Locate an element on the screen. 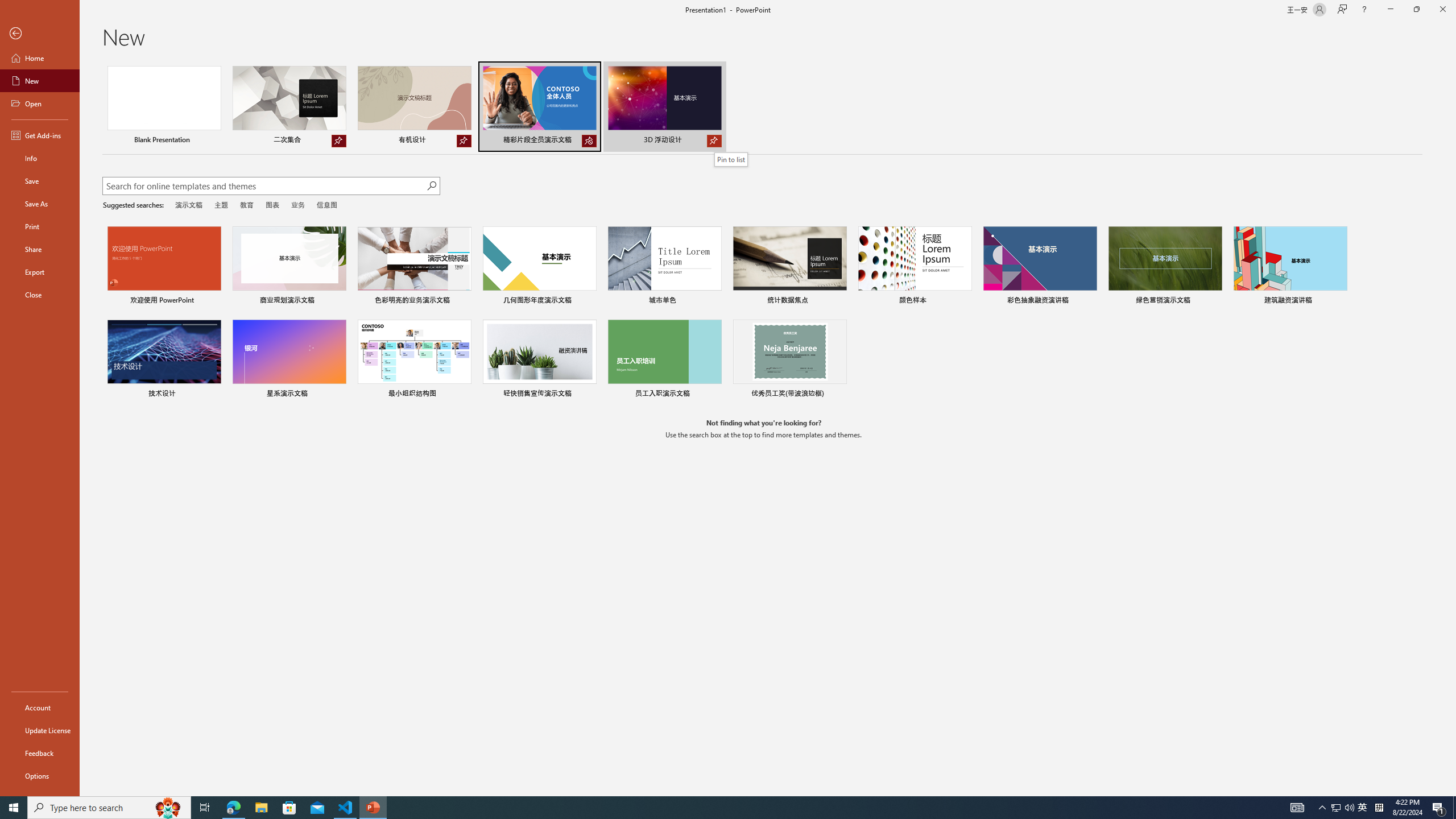 Image resolution: width=1456 pixels, height=819 pixels. 'Start searching' is located at coordinates (431, 185).